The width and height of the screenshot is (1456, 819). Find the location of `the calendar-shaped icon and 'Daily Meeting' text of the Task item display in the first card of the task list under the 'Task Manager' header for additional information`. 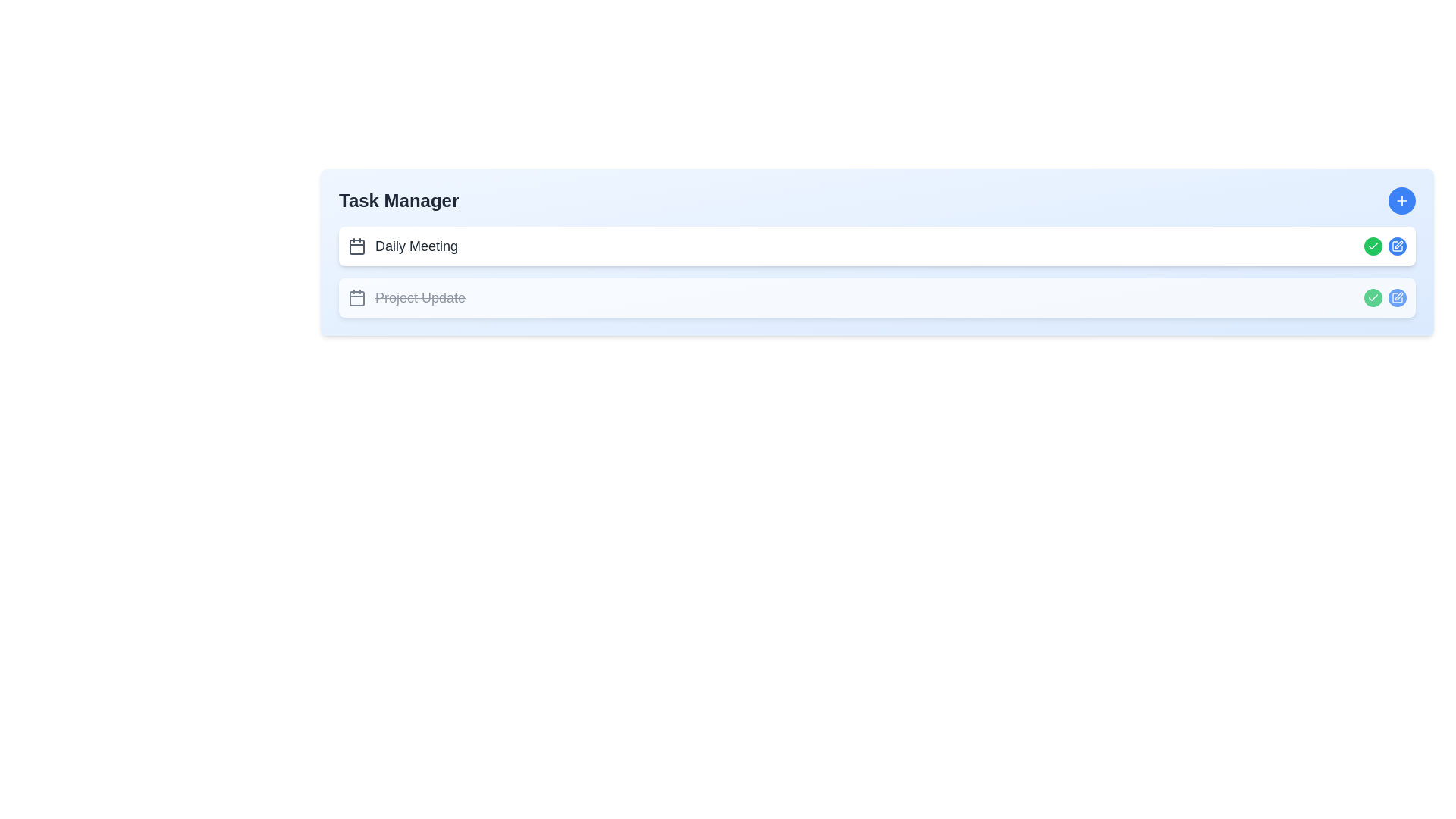

the calendar-shaped icon and 'Daily Meeting' text of the Task item display in the first card of the task list under the 'Task Manager' header for additional information is located at coordinates (403, 245).